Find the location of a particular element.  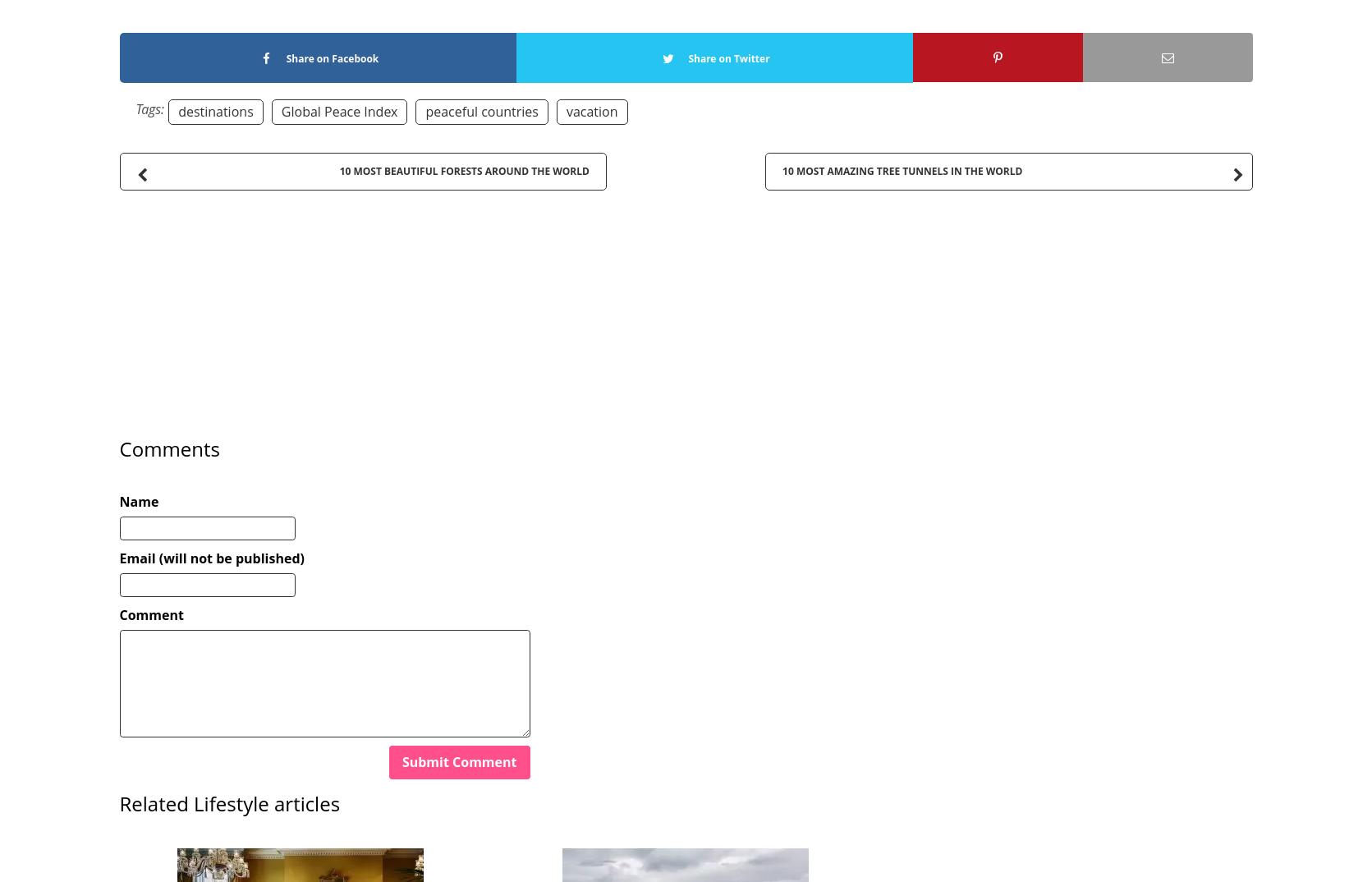

'vacation' is located at coordinates (590, 110).